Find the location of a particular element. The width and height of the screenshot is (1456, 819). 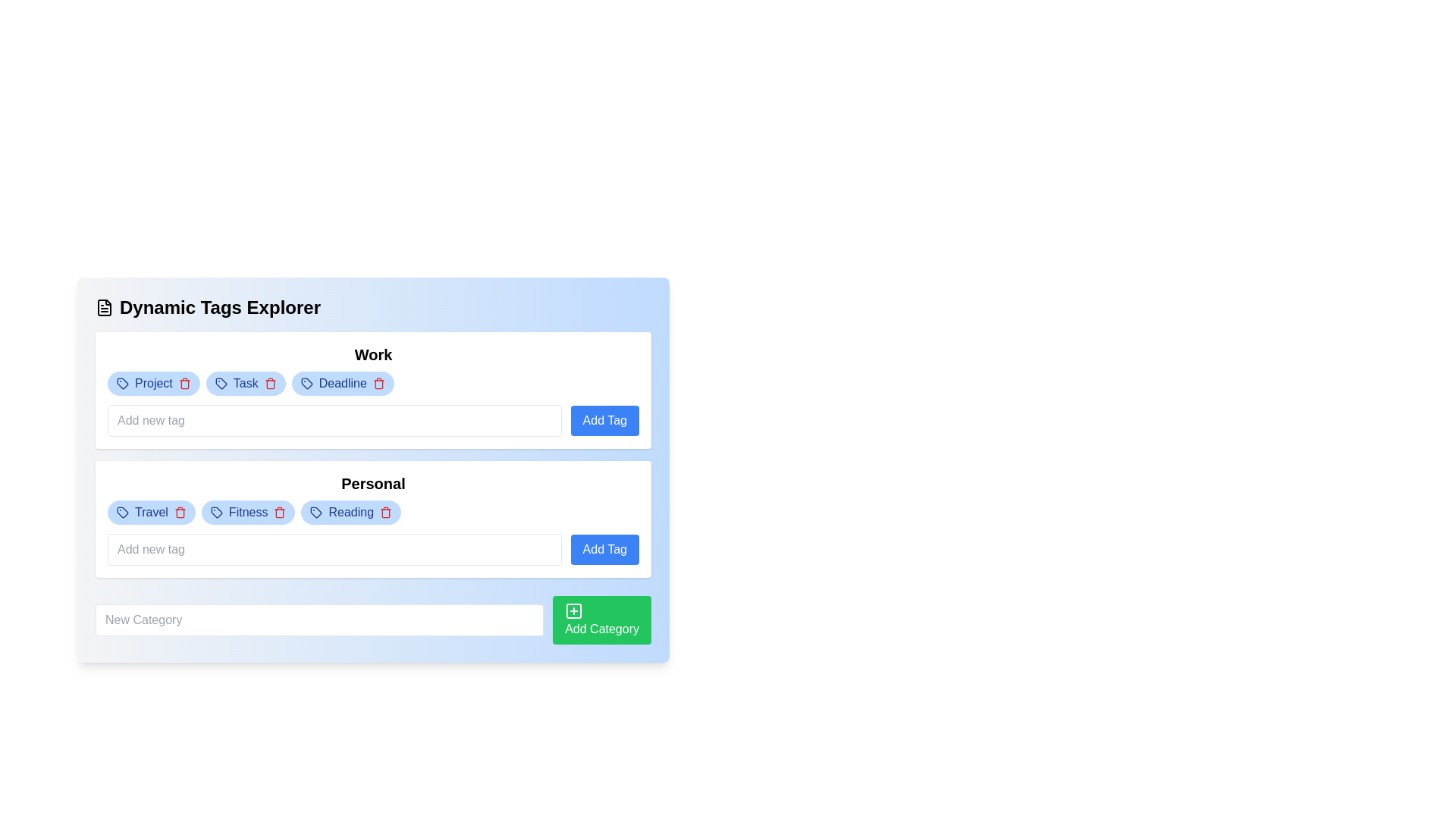

the delete icon button for the 'Travel' tag in the 'Personal' category is located at coordinates (180, 512).